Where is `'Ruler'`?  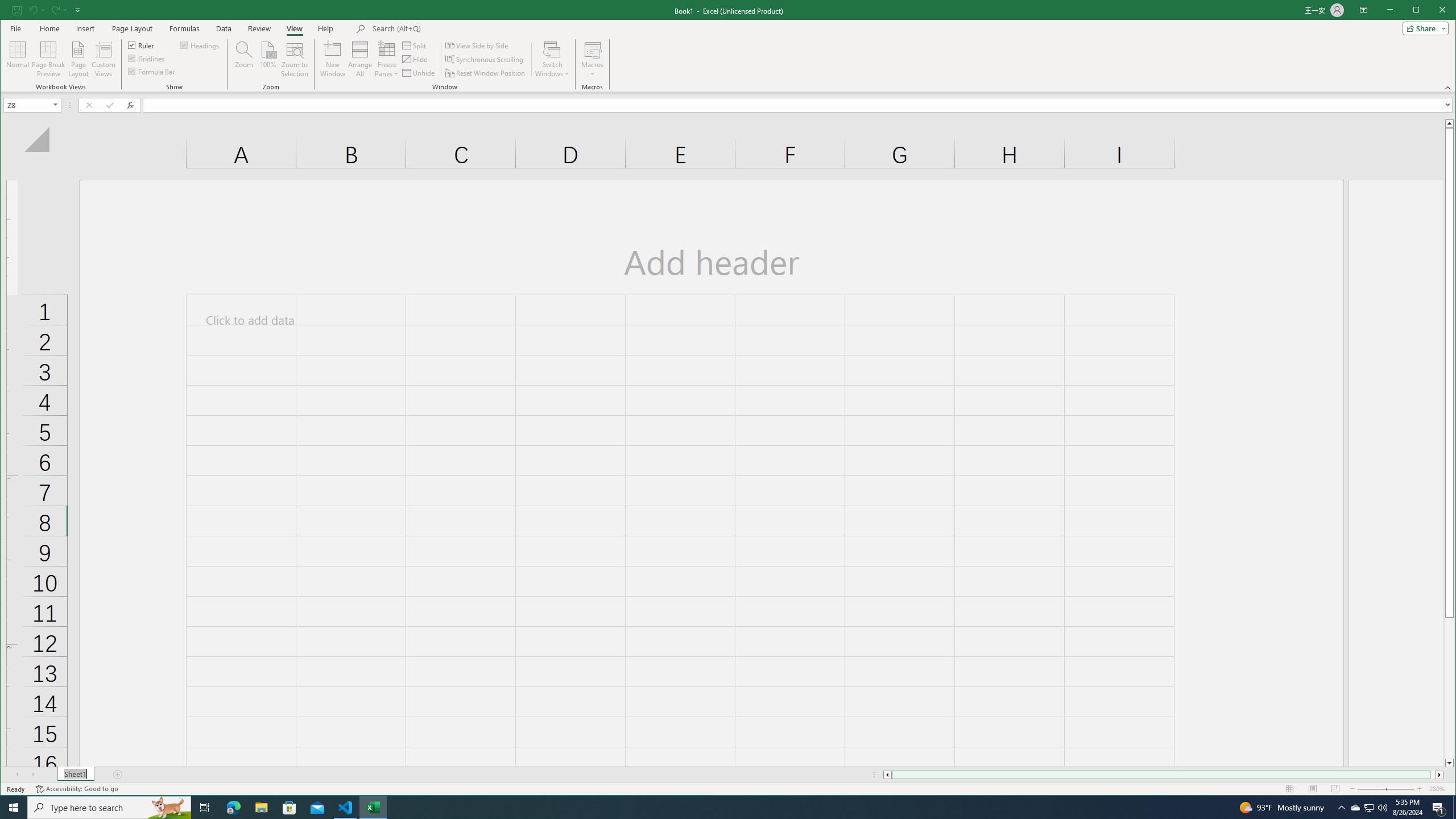
'Ruler' is located at coordinates (141, 44).